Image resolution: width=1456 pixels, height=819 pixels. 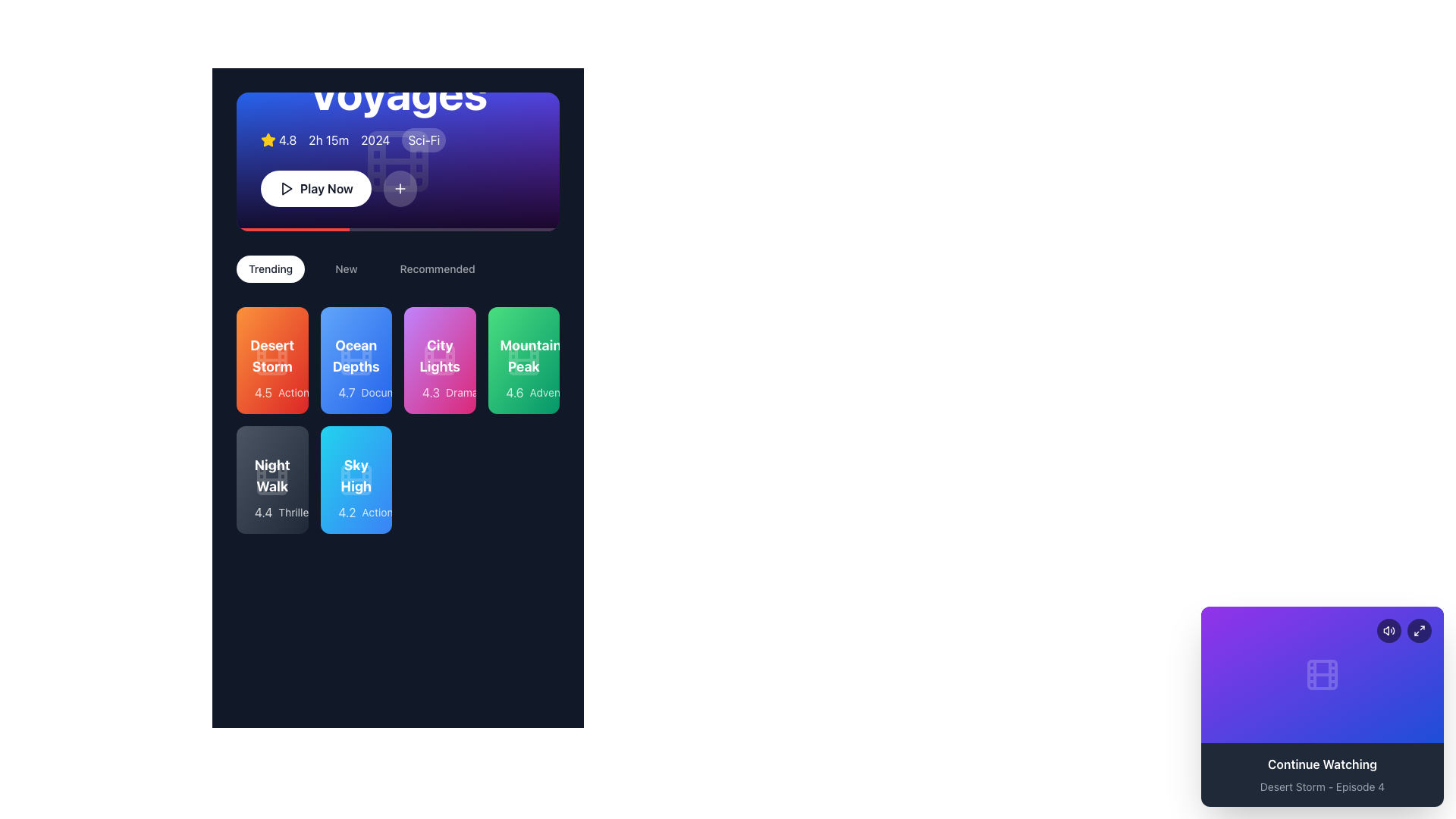 What do you see at coordinates (355, 356) in the screenshot?
I see `the text label that serves as the title of the card, located in the blue card which is the second card in the first row of the grid layout` at bounding box center [355, 356].